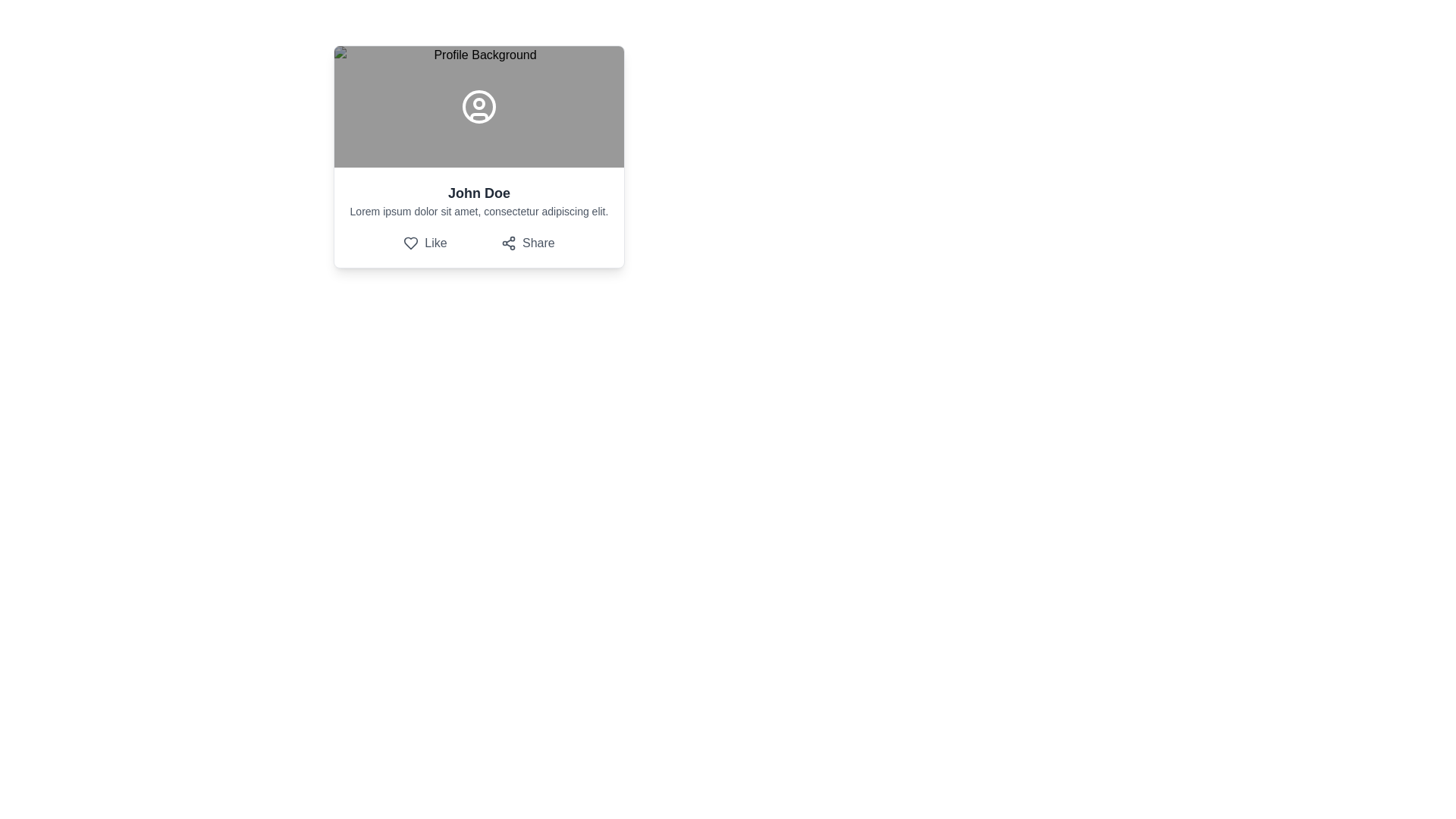  I want to click on the heart icon that signifies a 'Like' action, which is positioned to the left of the 'Like' text in a horizontal row, so click(411, 242).